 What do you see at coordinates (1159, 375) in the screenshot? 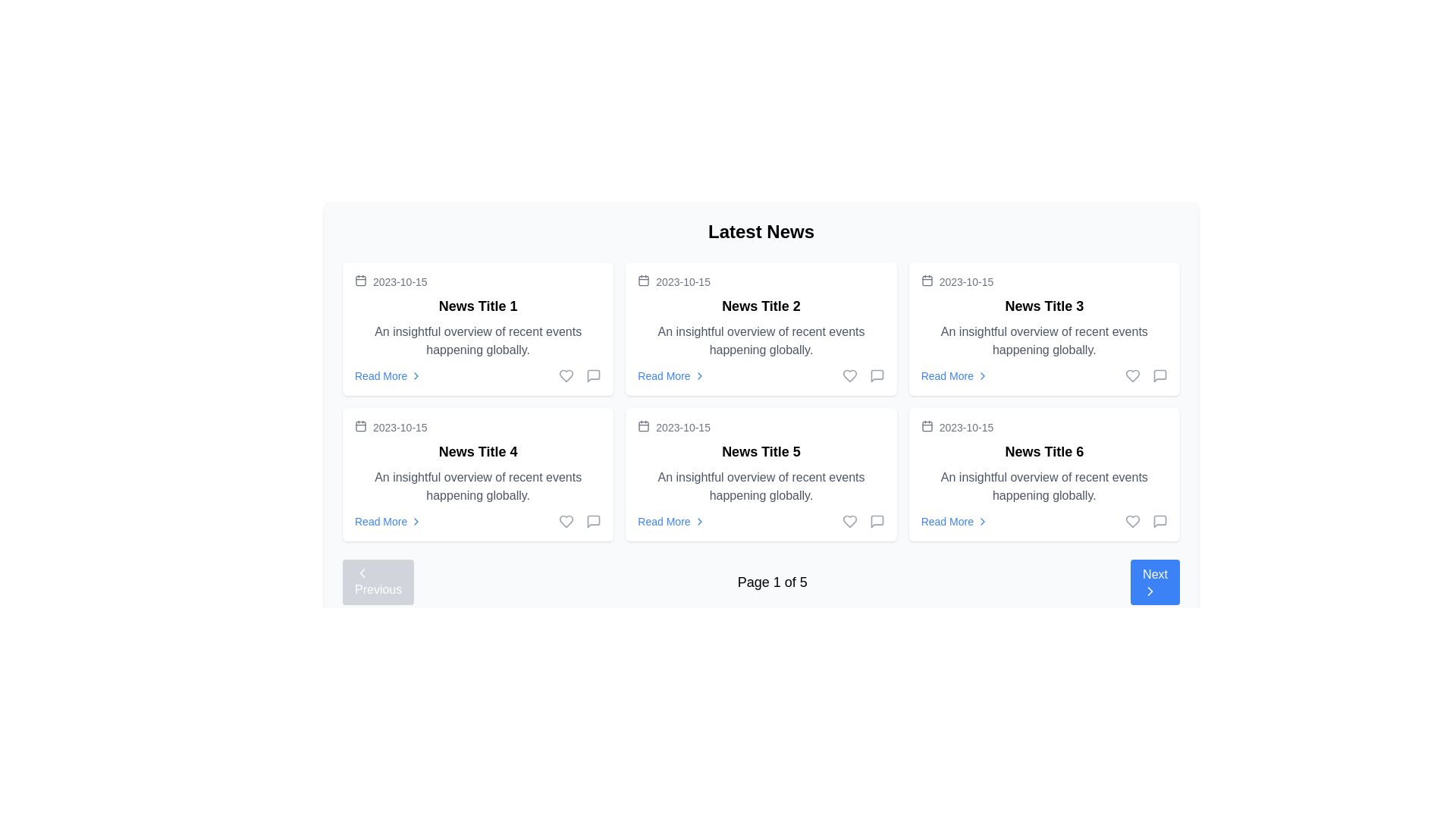
I see `the comment icon located in the bottom-right corner of the third news card, which resembles a speech bubble and allows users` at bounding box center [1159, 375].